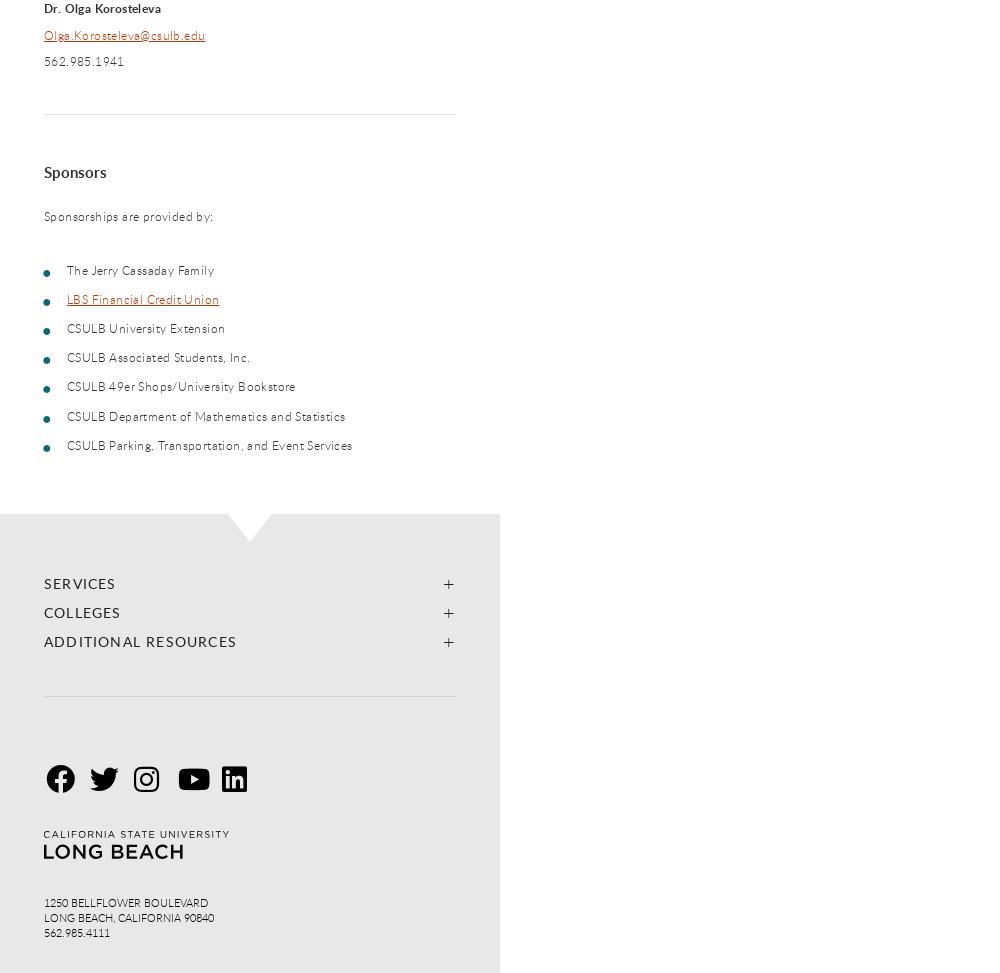 This screenshot has height=973, width=1000. I want to click on '562.985.1941', so click(83, 60).